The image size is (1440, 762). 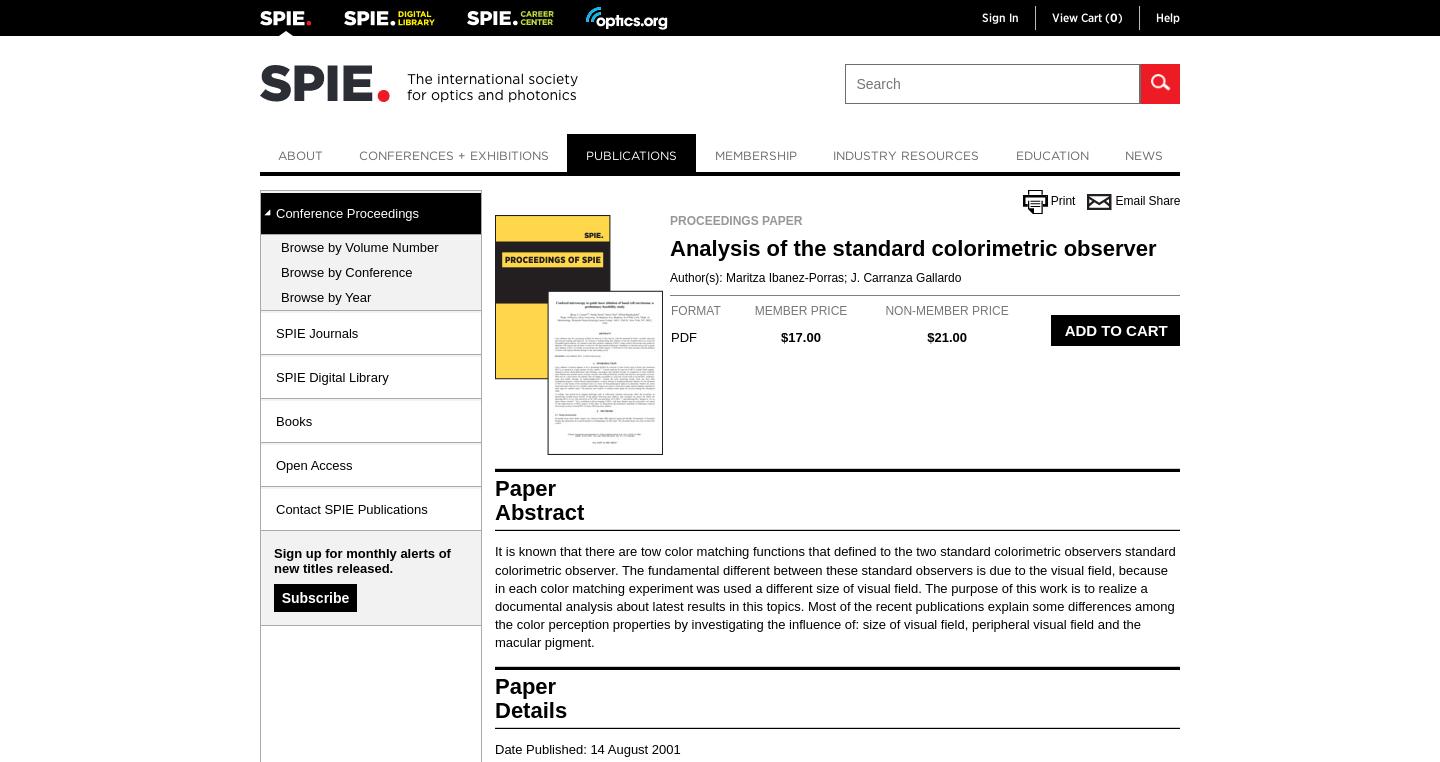 What do you see at coordinates (332, 377) in the screenshot?
I see `'SPIE Digital Library'` at bounding box center [332, 377].